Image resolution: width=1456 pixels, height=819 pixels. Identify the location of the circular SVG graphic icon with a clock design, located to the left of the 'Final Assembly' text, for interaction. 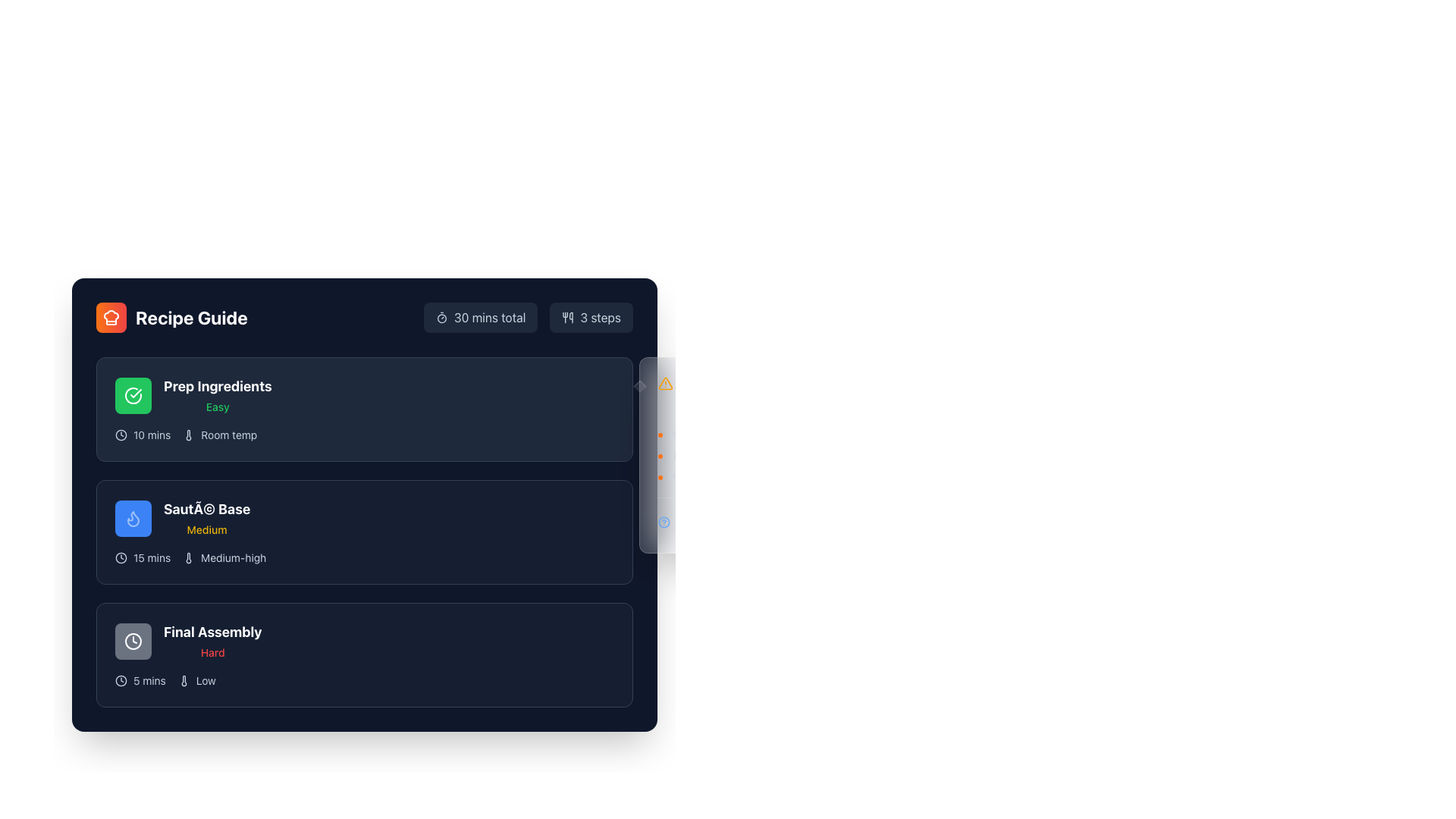
(133, 641).